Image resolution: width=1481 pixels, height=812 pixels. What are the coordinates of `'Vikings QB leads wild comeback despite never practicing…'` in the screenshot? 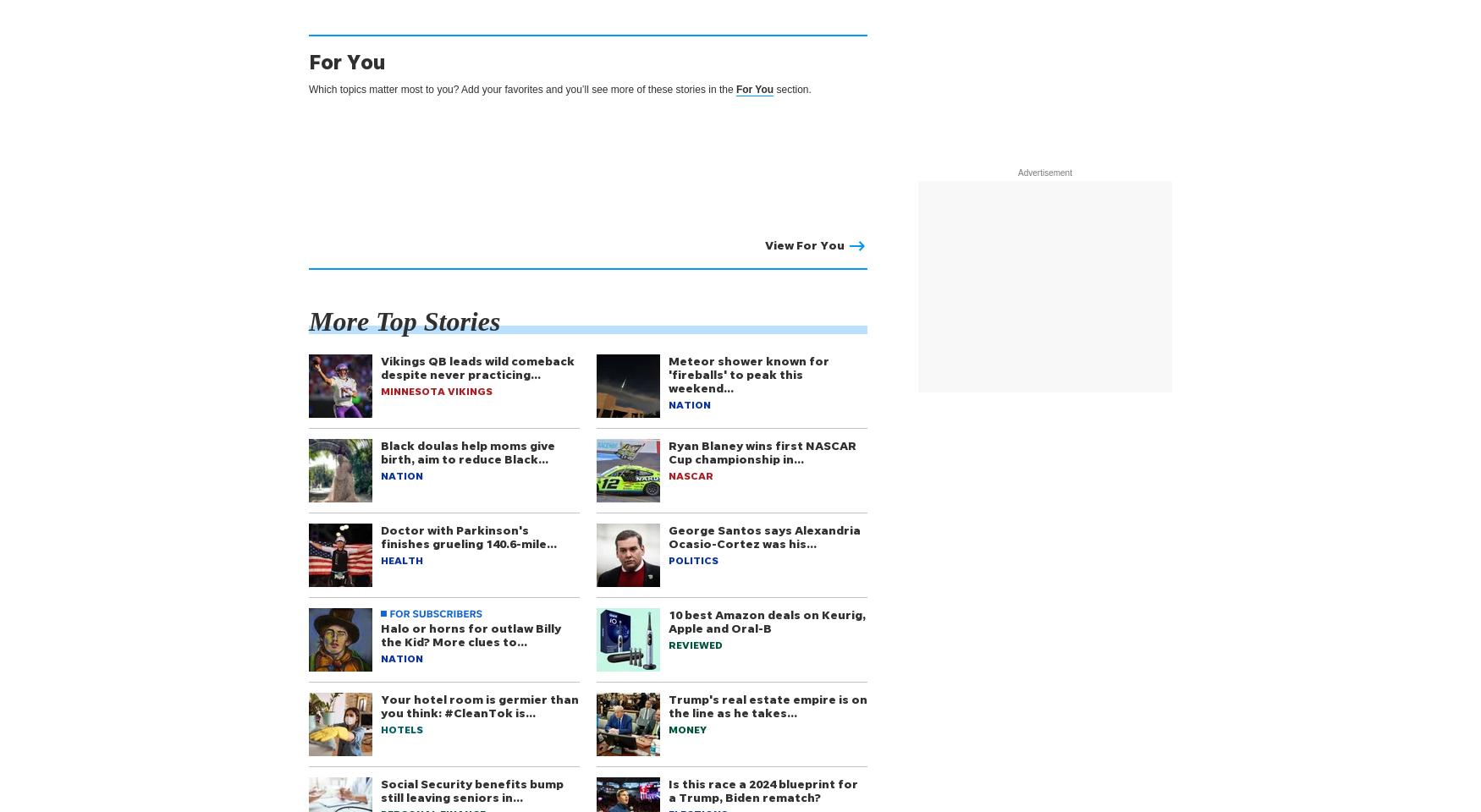 It's located at (477, 367).